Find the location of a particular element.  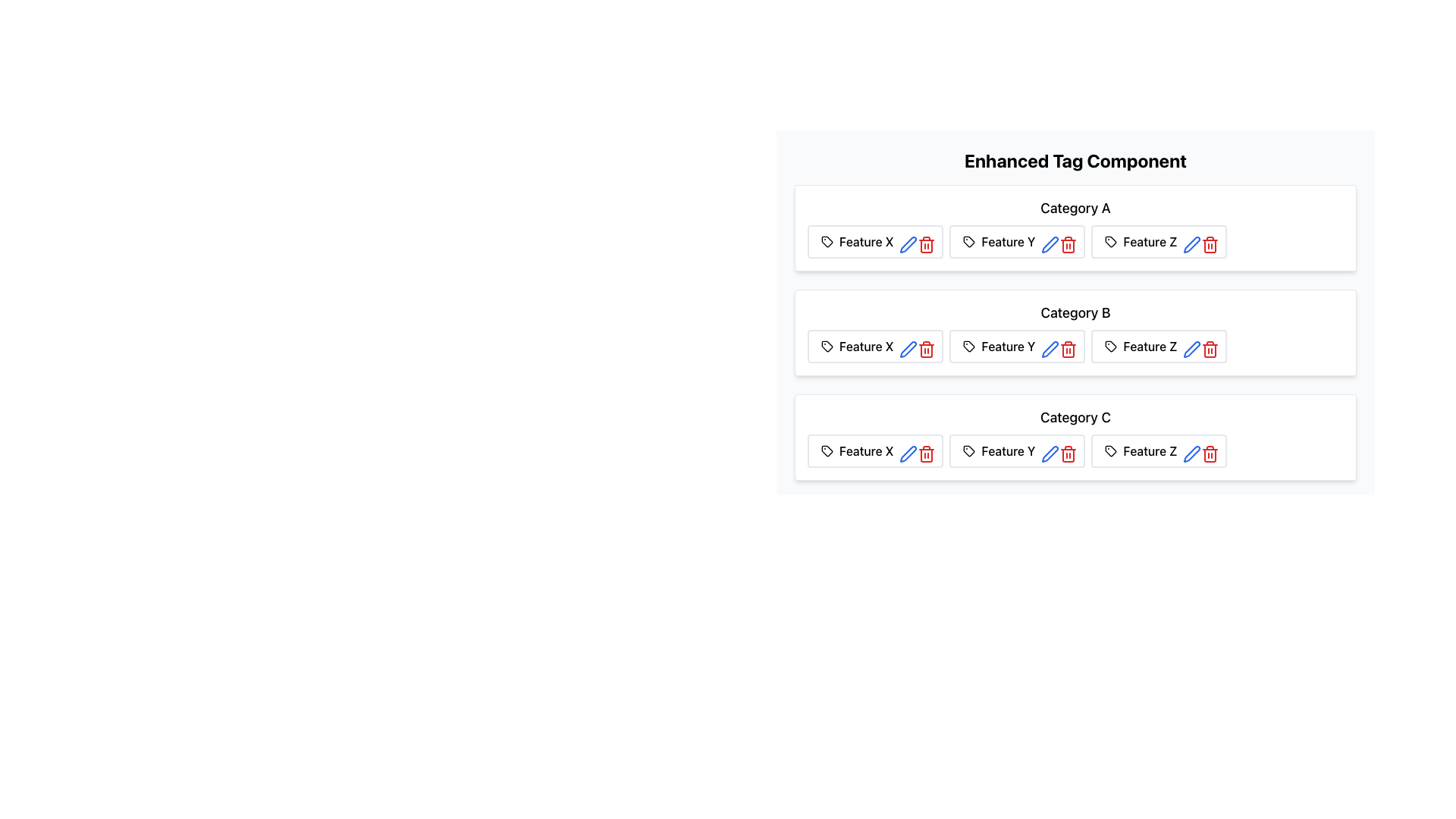

the deletion icon button located on the far right of the 'Feature Y' bar in the 'Category B' section is located at coordinates (1068, 350).